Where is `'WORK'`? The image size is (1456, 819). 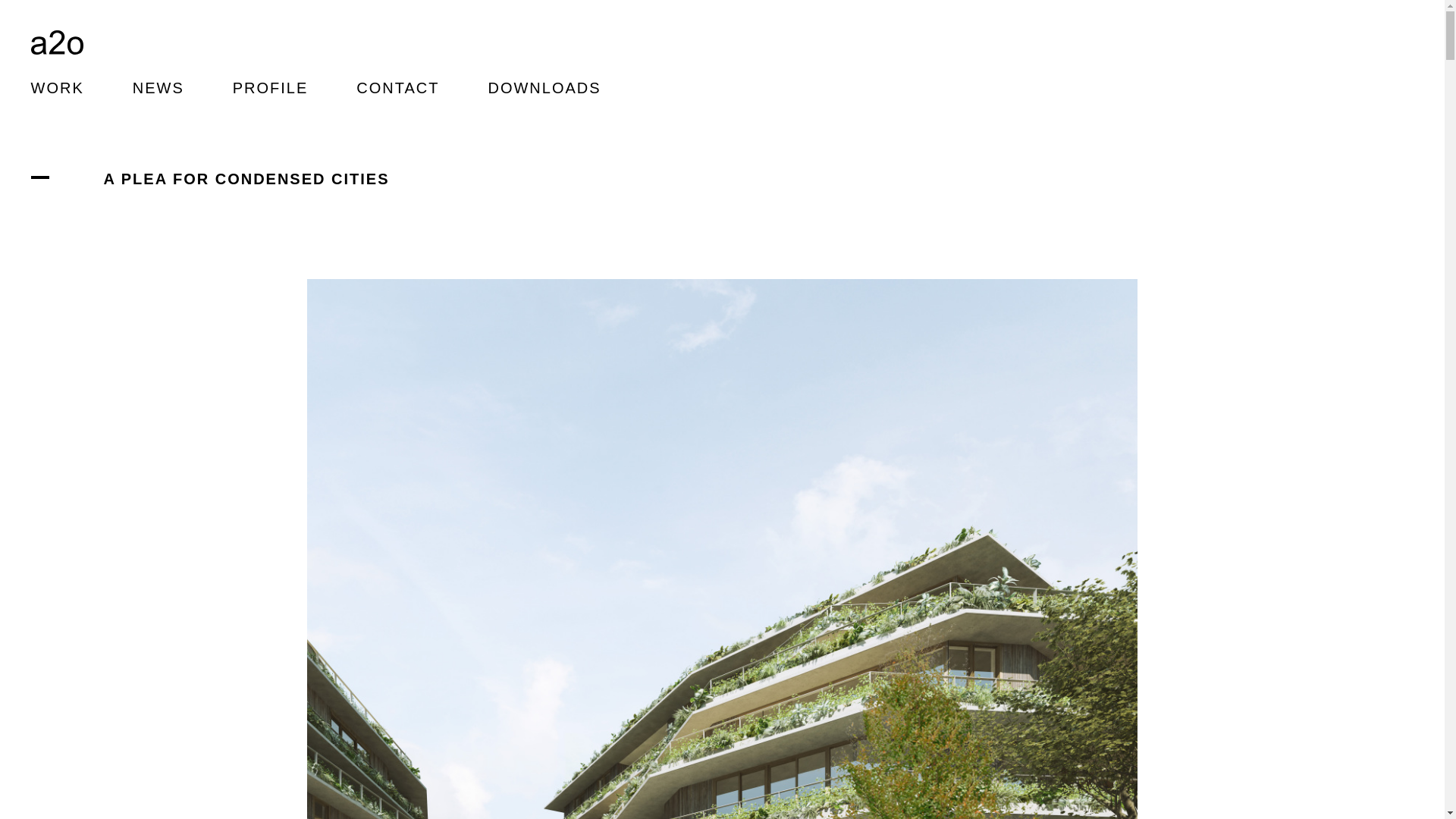 'WORK' is located at coordinates (57, 87).